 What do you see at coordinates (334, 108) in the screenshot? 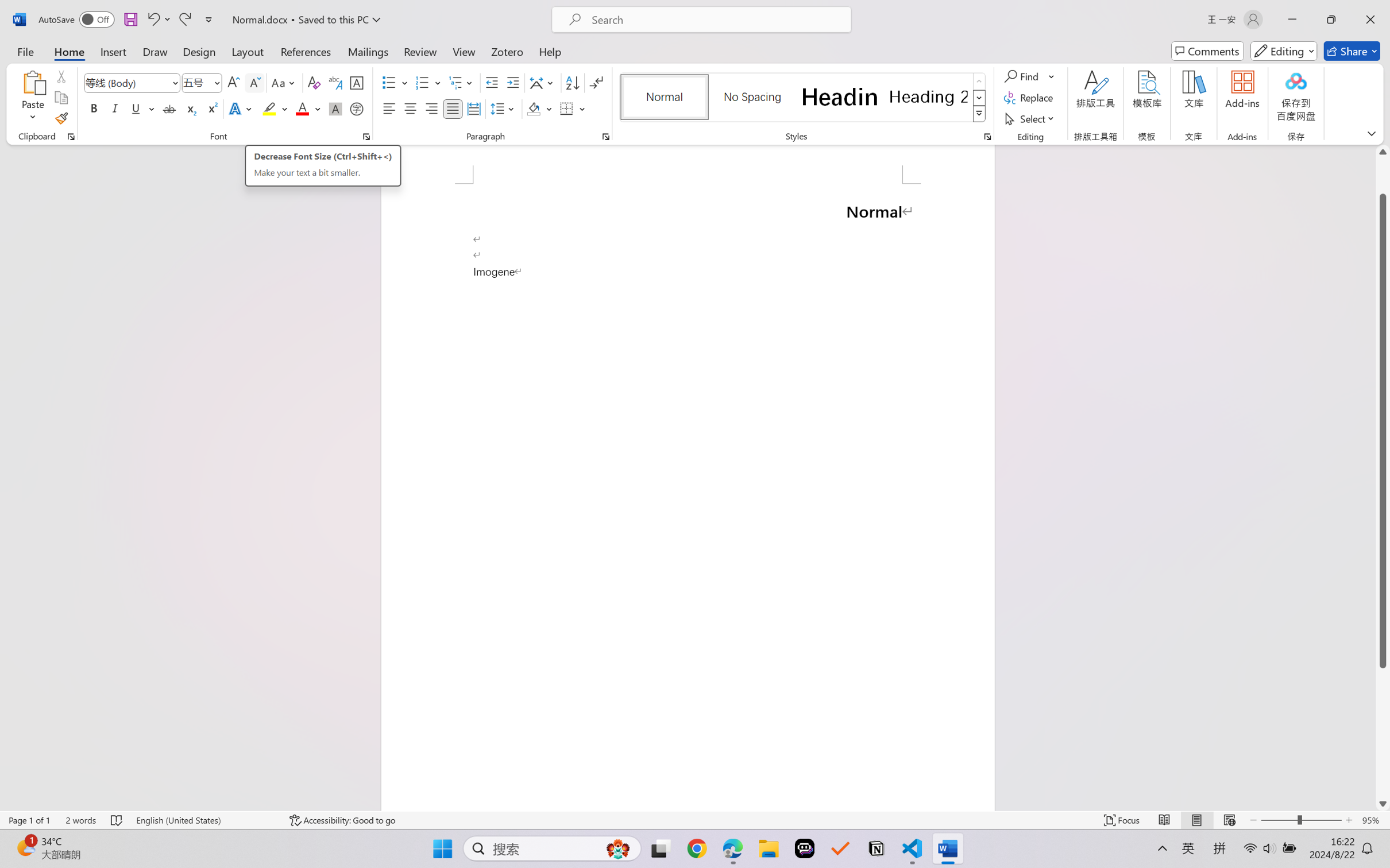
I see `'Character Shading'` at bounding box center [334, 108].